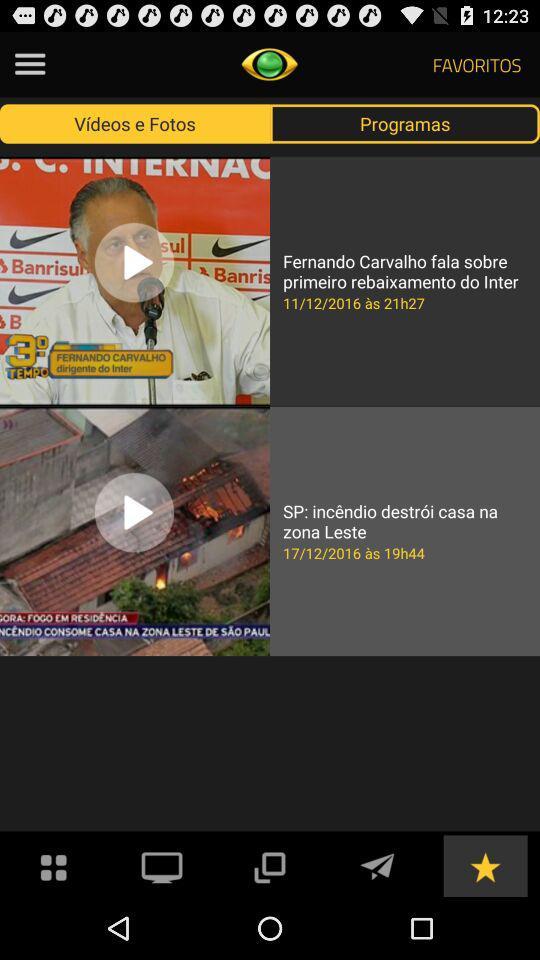 The width and height of the screenshot is (540, 960). I want to click on open gallery, so click(54, 864).